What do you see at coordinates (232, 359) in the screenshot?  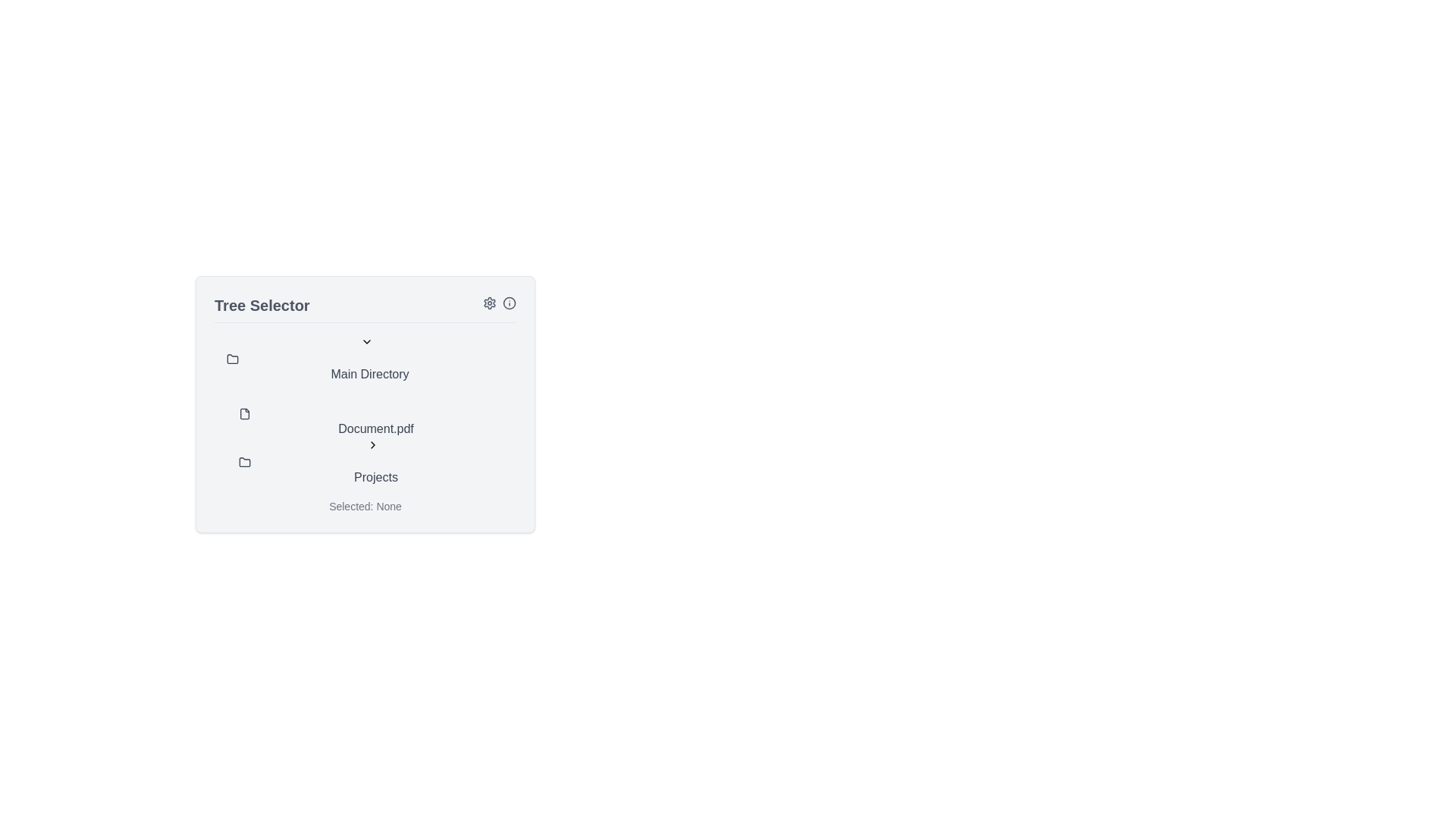 I see `the folder icon located to the left of the 'Main Directory' text in the tree selector interface` at bounding box center [232, 359].